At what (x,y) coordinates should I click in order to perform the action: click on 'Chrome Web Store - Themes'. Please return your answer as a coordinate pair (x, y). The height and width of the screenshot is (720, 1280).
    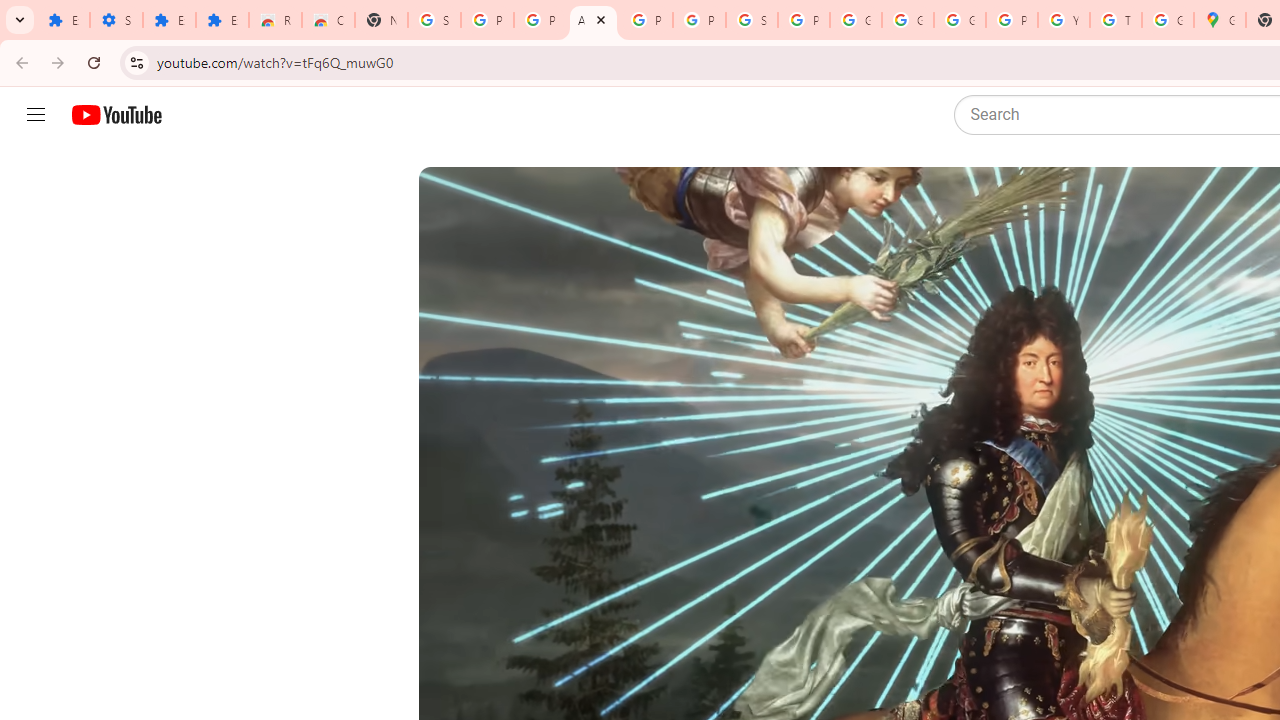
    Looking at the image, I should click on (328, 20).